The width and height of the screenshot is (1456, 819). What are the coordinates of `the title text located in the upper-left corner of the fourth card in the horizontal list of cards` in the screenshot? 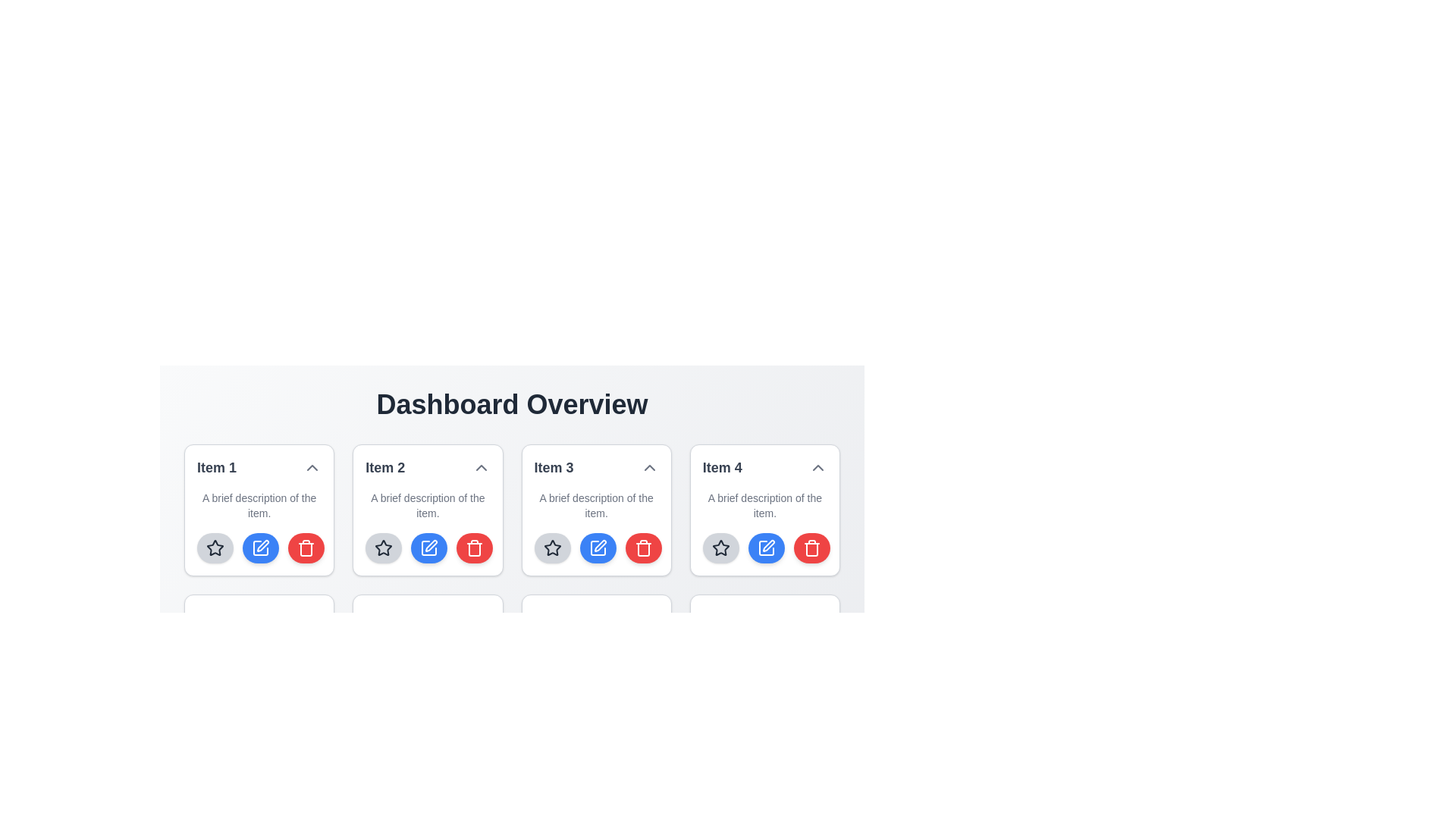 It's located at (721, 467).